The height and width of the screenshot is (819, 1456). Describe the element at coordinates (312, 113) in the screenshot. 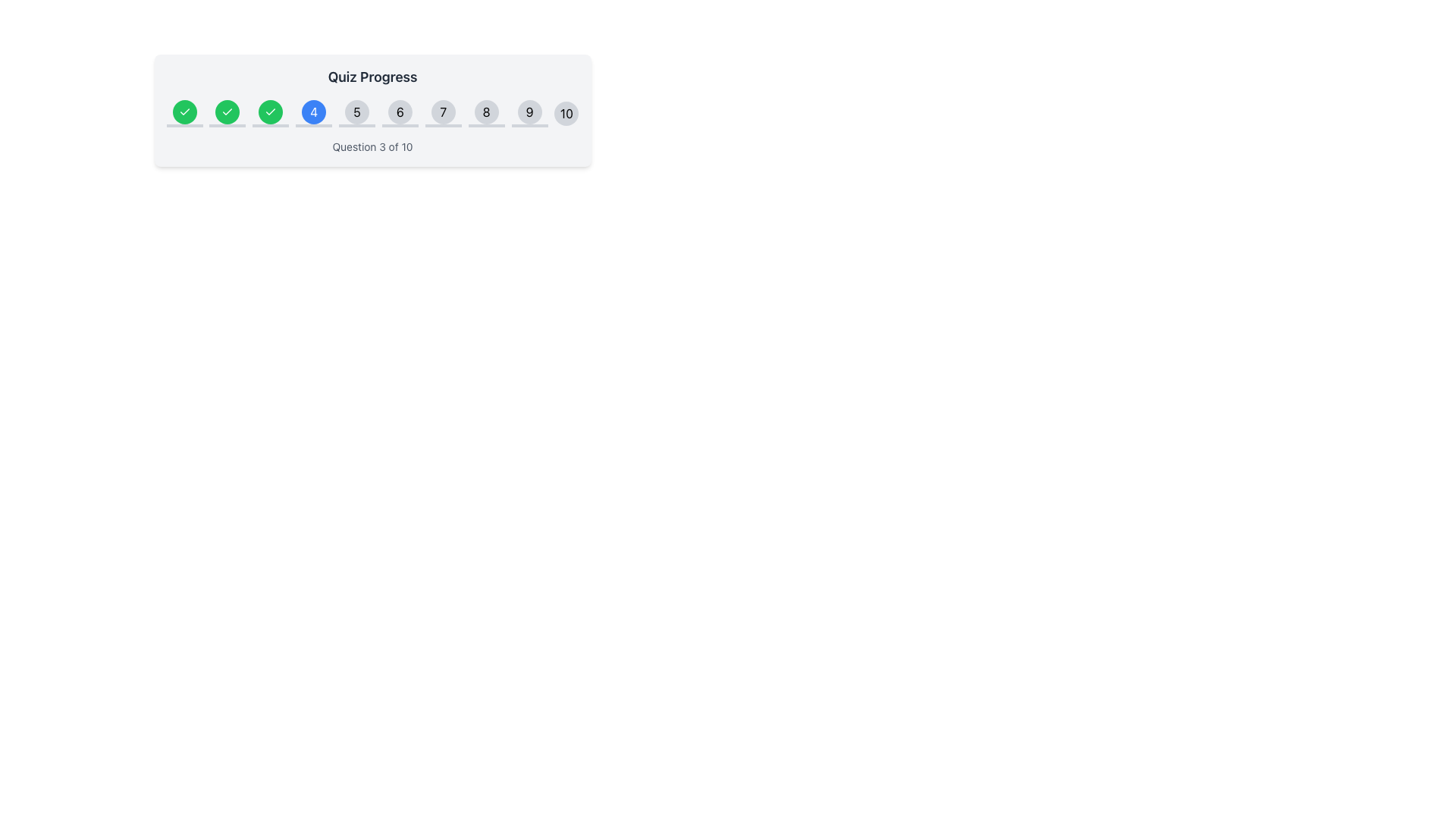

I see `the circular blue Indicator button with the white number '4' to interact within the 'Quiz Progress' section` at that location.